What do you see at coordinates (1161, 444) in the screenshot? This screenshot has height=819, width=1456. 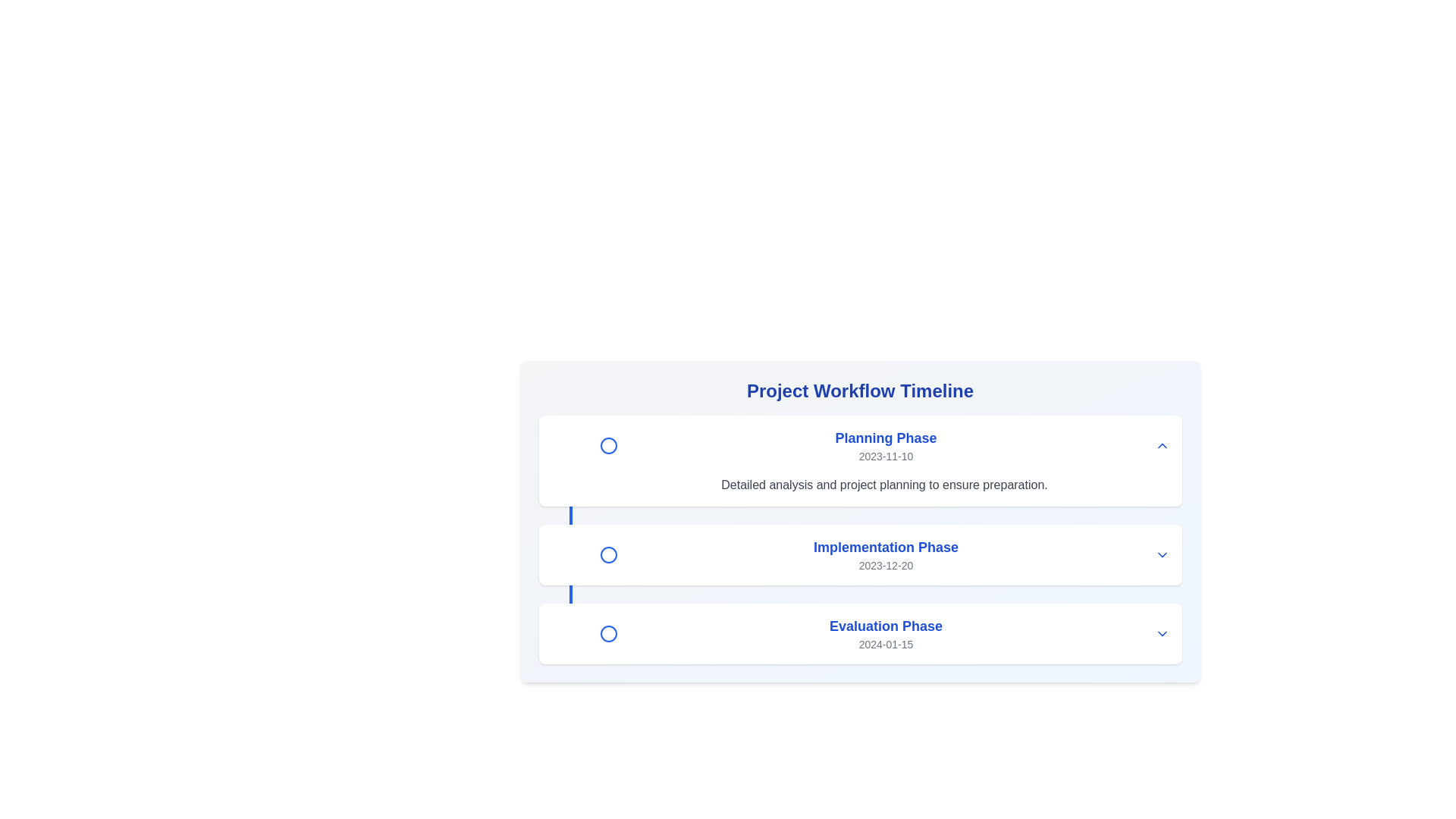 I see `the interactive chevron icon in the top-right corner of the 'Planning Phase' section` at bounding box center [1161, 444].